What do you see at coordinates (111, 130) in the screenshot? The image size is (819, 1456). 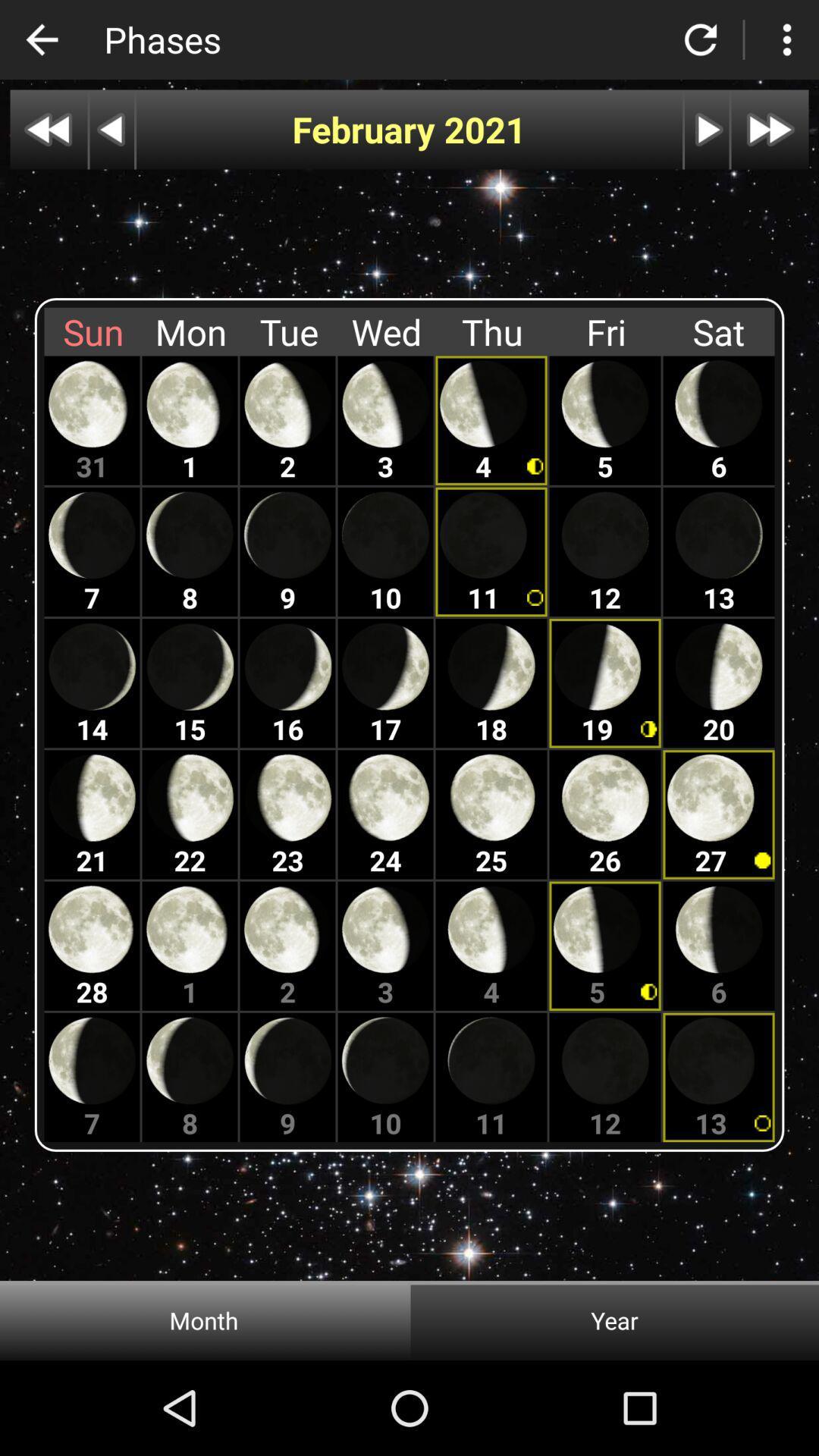 I see `preview button` at bounding box center [111, 130].